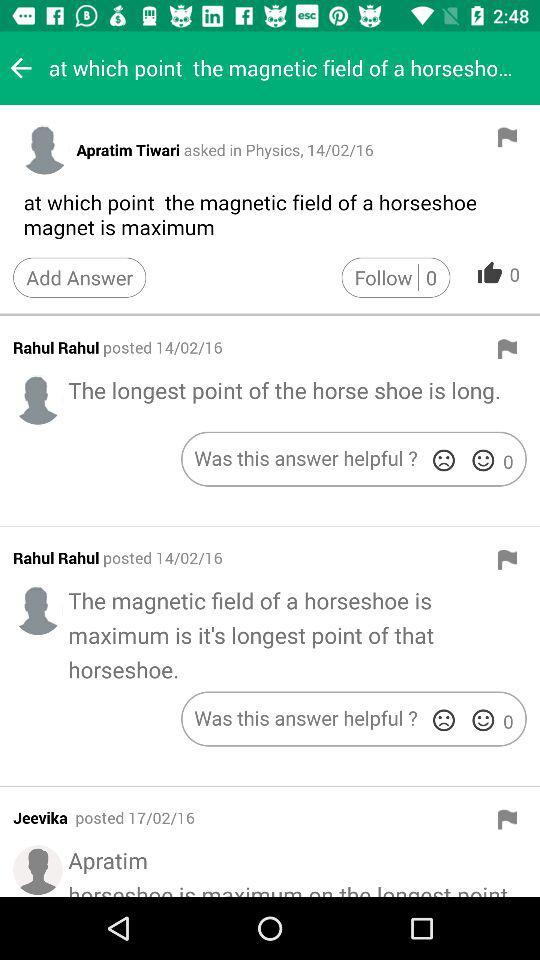 The height and width of the screenshot is (960, 540). Describe the element at coordinates (20, 68) in the screenshot. I see `return to previous` at that location.